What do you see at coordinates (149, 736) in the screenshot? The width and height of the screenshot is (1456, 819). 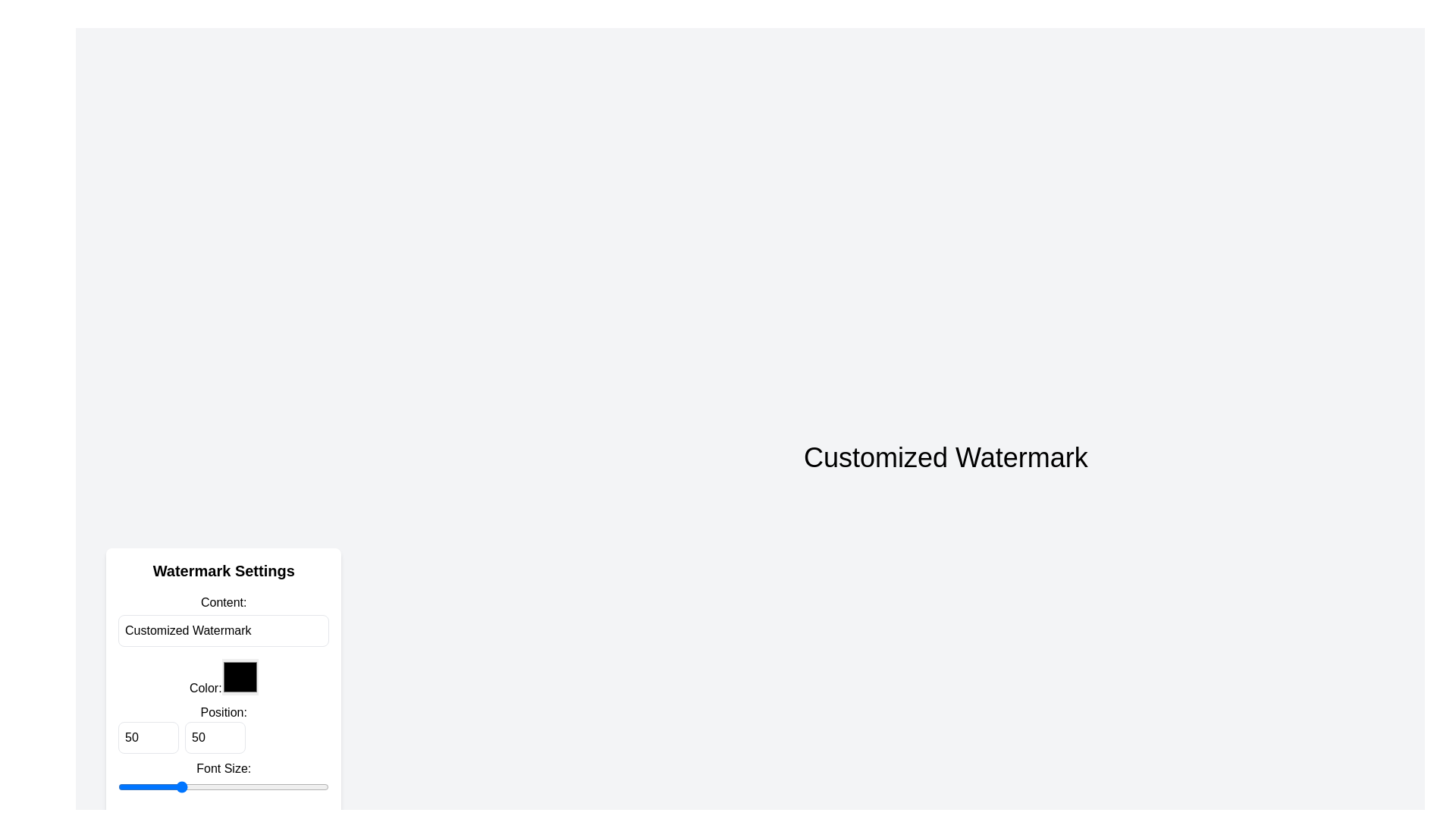 I see `the number input field with the value '50', which has a light border and slightly rounded corners` at bounding box center [149, 736].